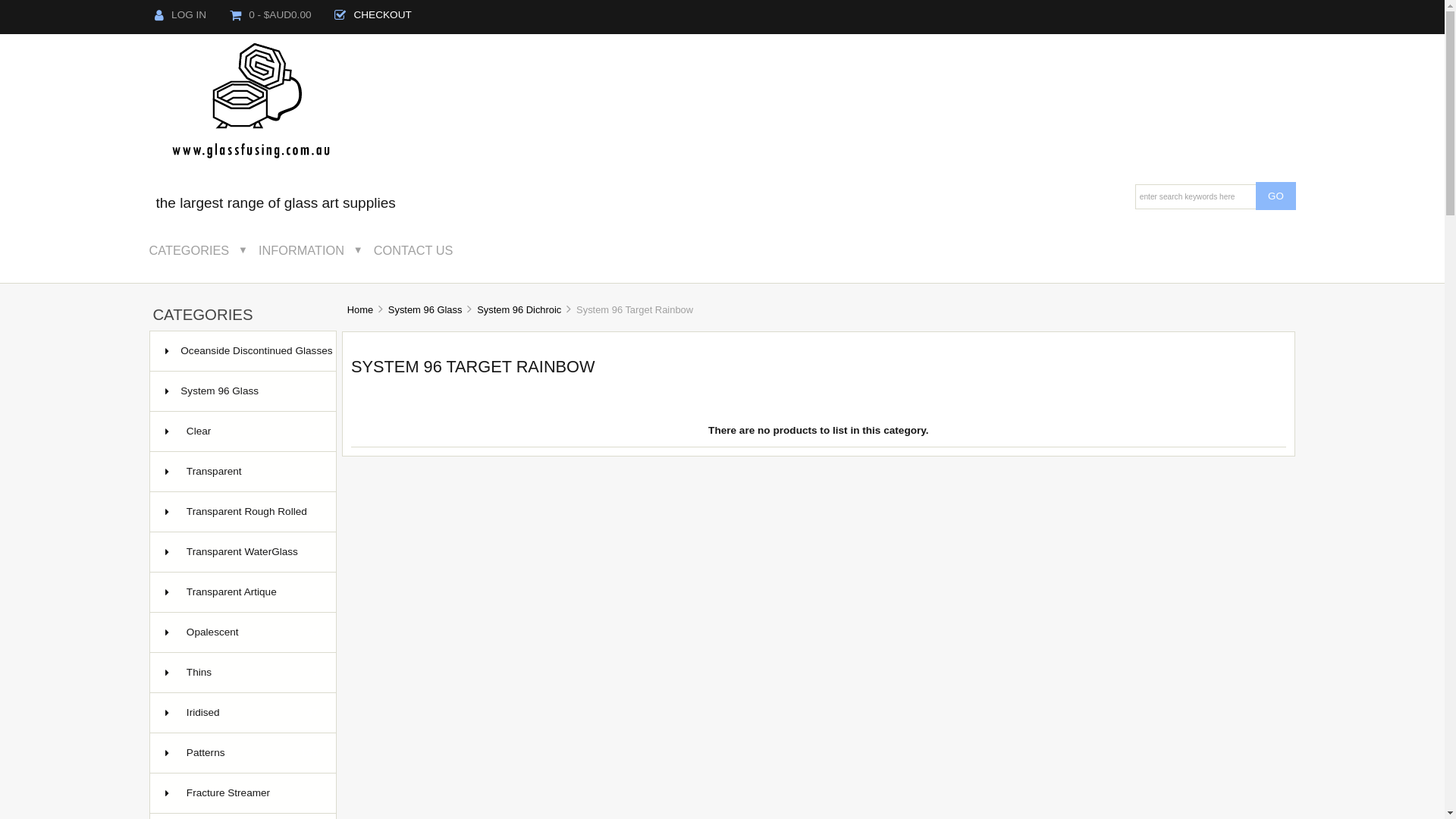 The image size is (1456, 819). What do you see at coordinates (180, 14) in the screenshot?
I see `'LOG IN'` at bounding box center [180, 14].